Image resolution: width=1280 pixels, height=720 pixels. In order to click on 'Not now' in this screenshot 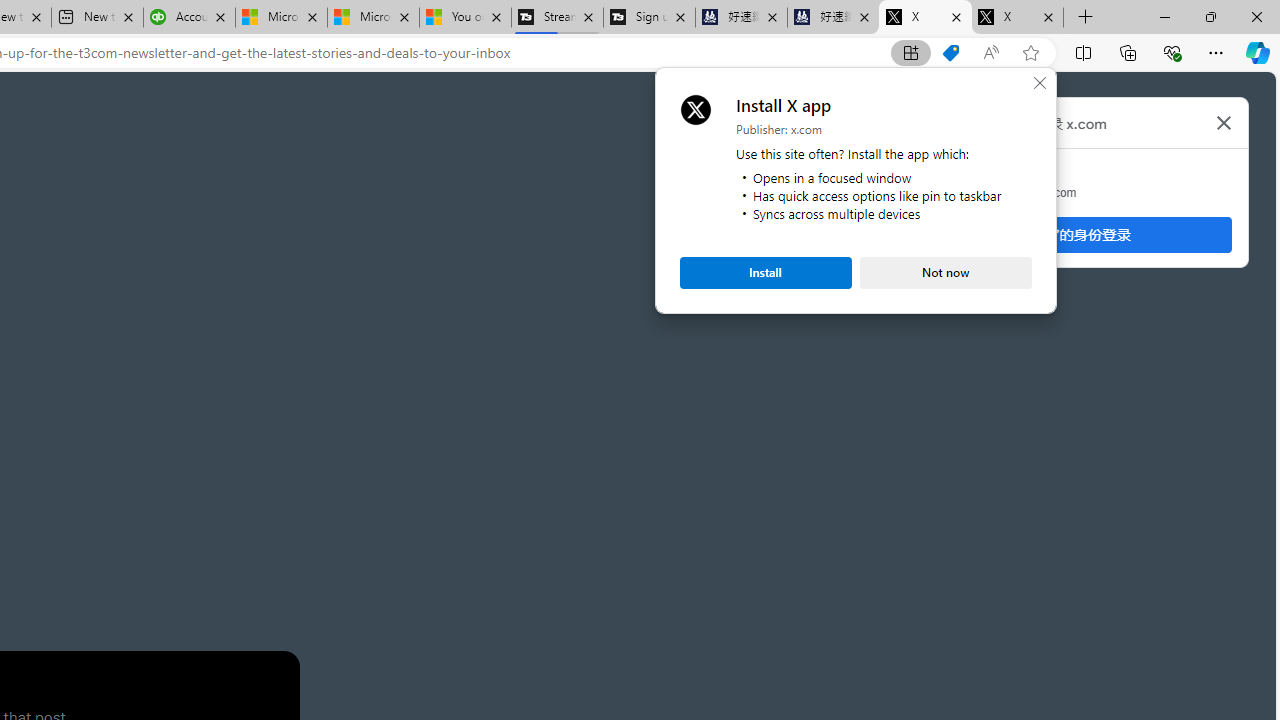, I will do `click(944, 272)`.